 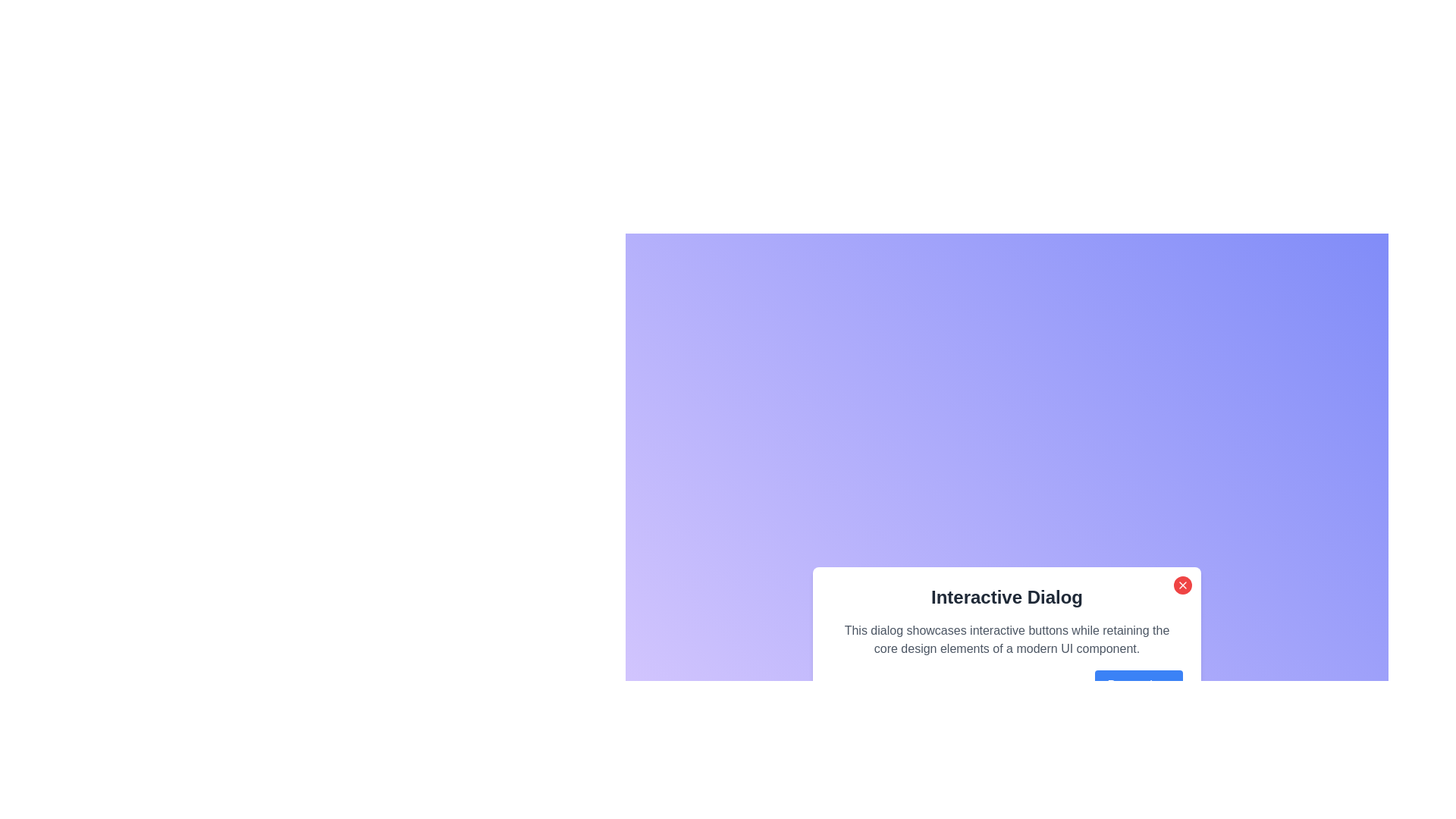 What do you see at coordinates (1139, 685) in the screenshot?
I see `the blue 'Proceed' button located at the bottom-right corner of the dialog box to proceed` at bounding box center [1139, 685].